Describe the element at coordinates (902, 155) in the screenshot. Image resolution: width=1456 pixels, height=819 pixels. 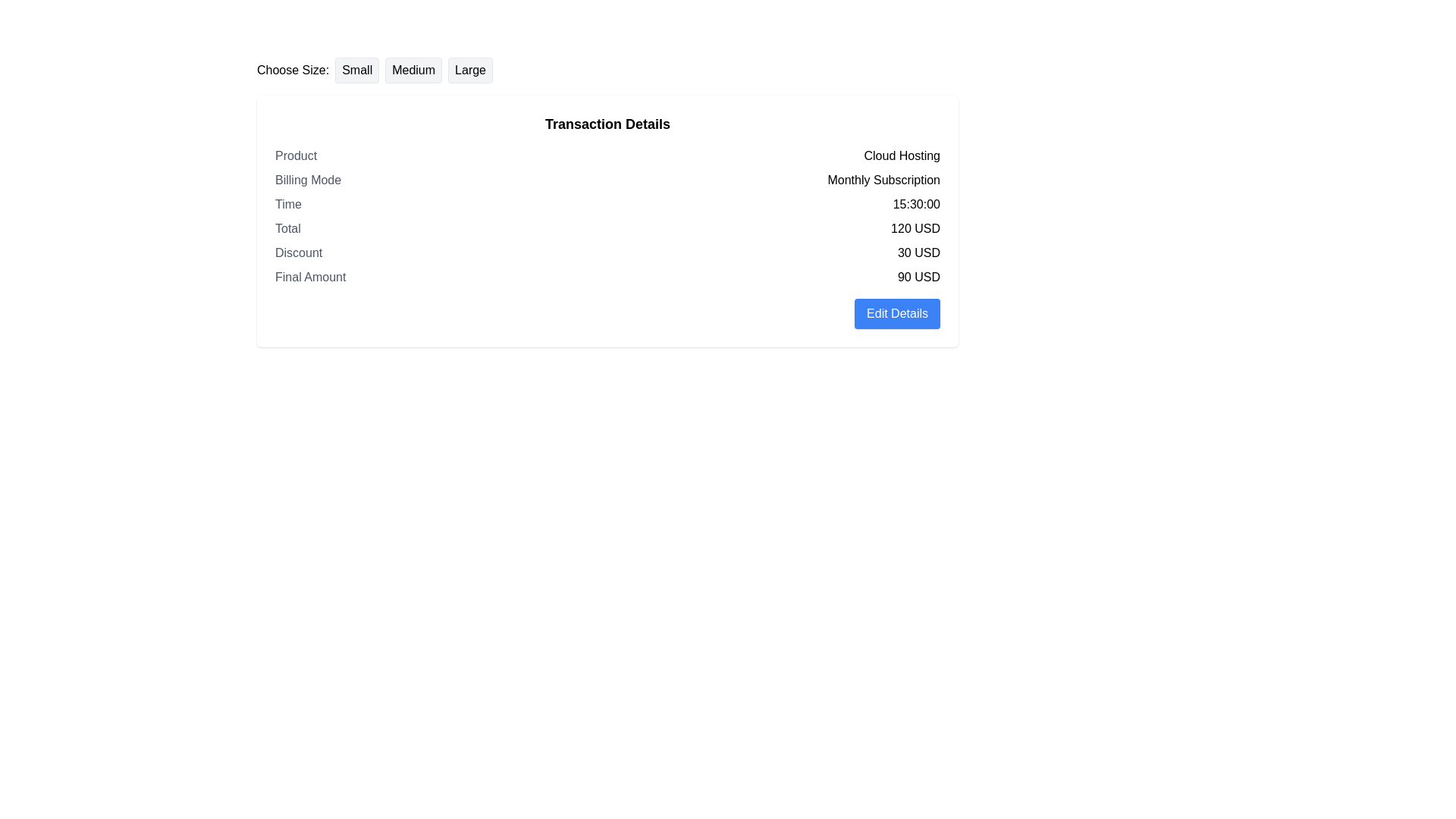
I see `the text label that serves as a descriptor for the product, positioned to the right of the 'Product' text within the 'Transaction Details' content box` at that location.